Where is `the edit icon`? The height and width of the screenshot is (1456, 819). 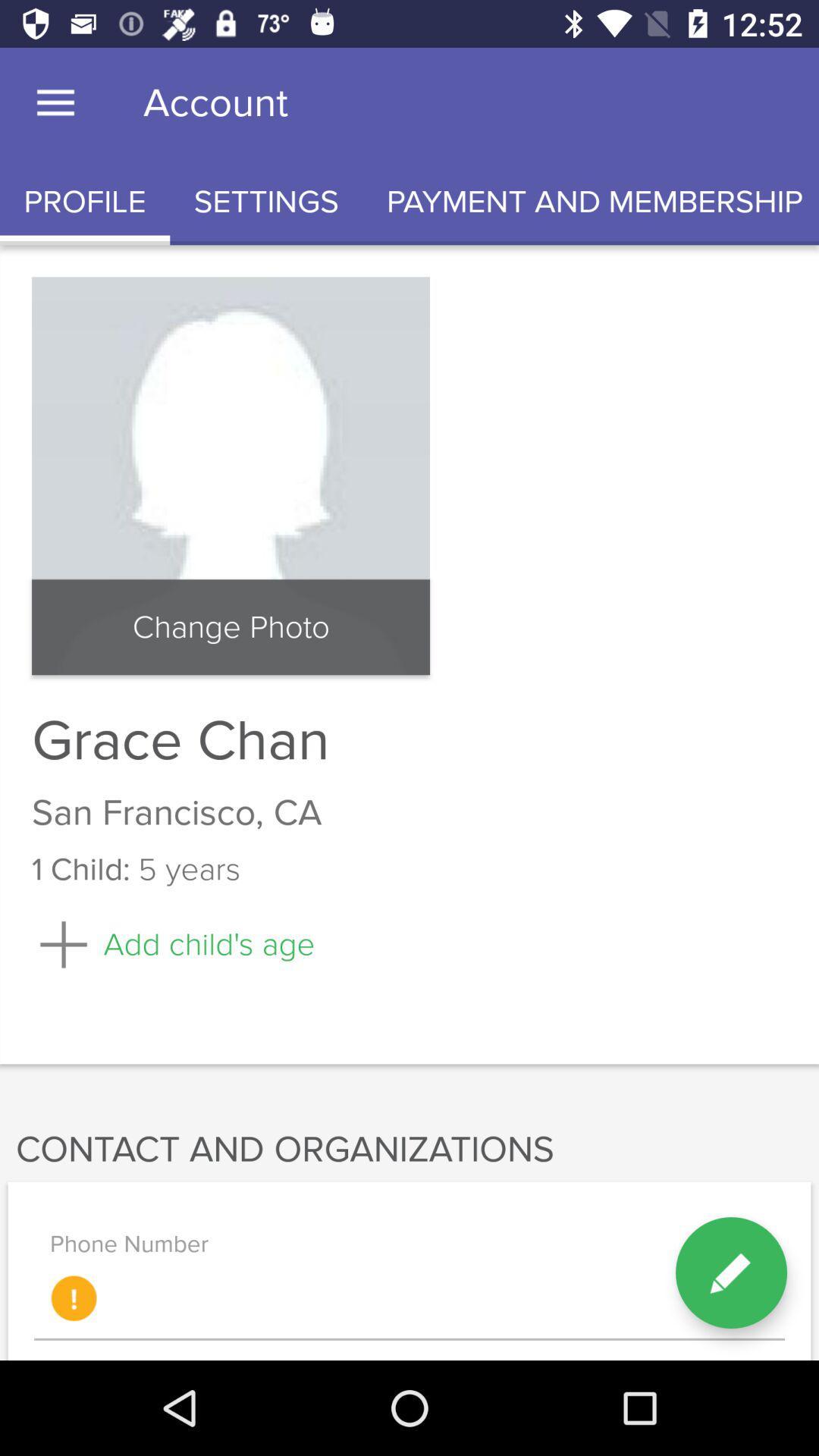
the edit icon is located at coordinates (730, 1272).